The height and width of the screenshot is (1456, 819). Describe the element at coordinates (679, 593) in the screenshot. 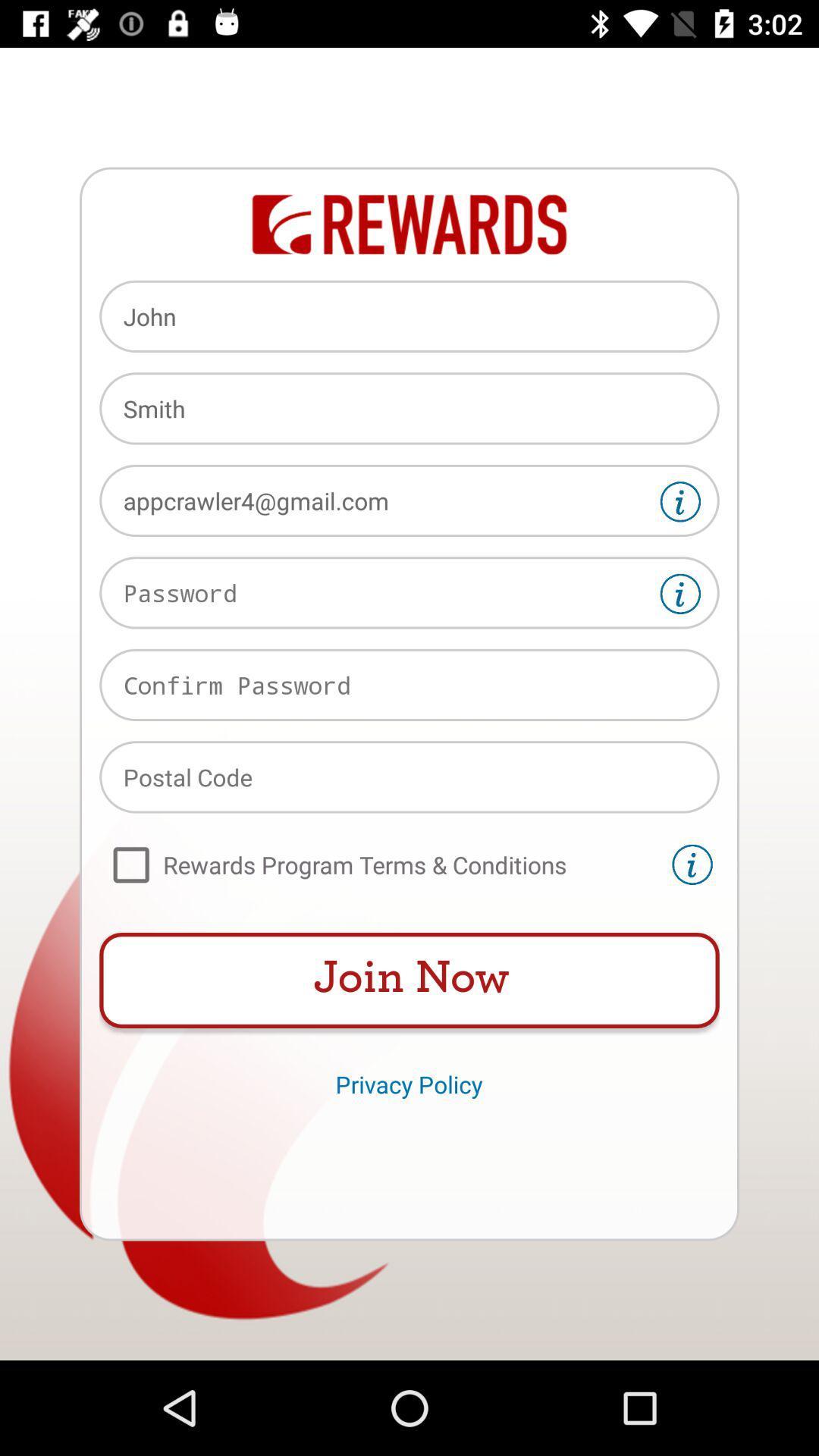

I see `password` at that location.